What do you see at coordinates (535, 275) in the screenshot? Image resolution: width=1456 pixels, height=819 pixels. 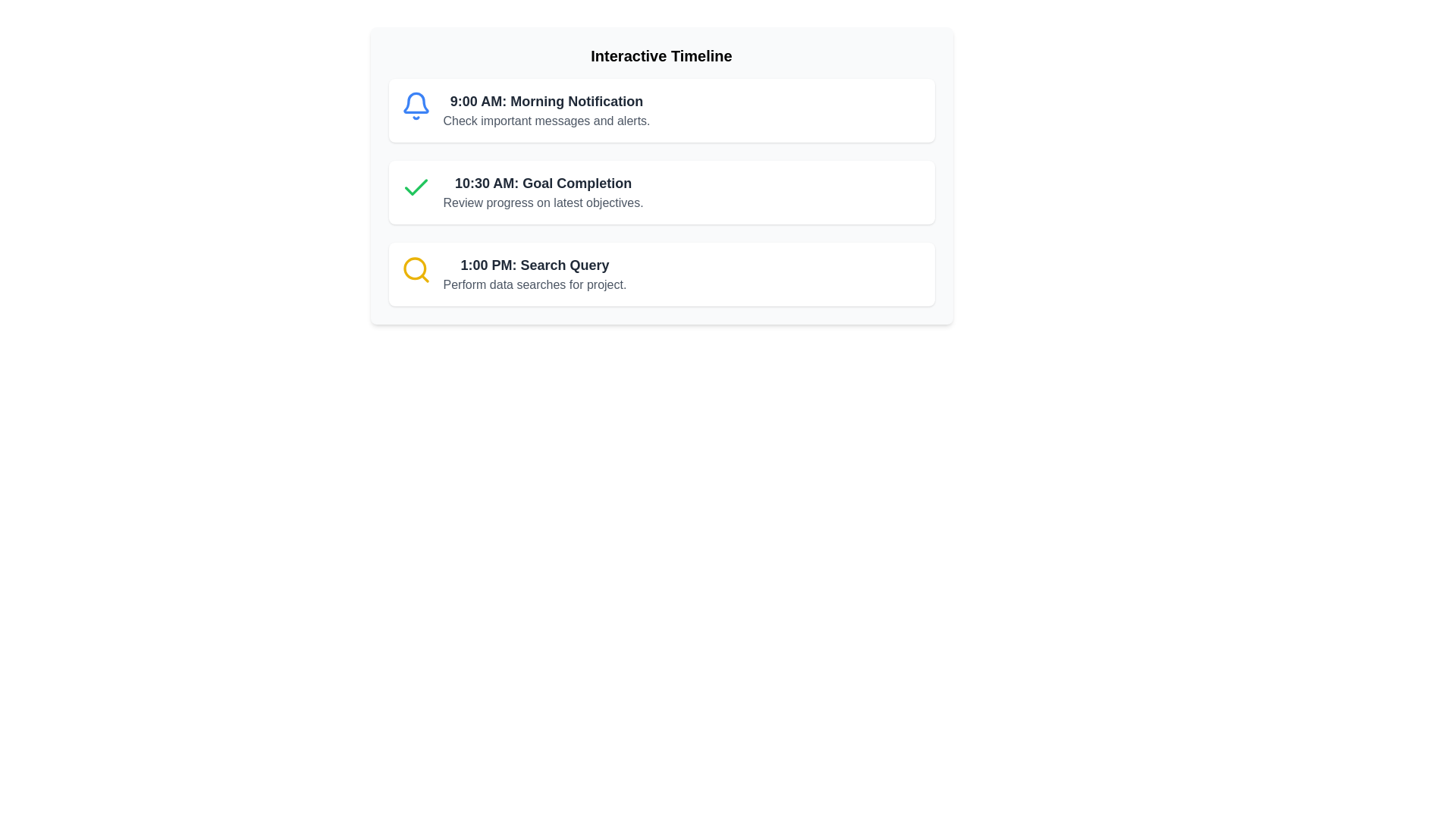 I see `text block containing '1:00 PM: Search Query' and 'Perform data searches for project.' located at the bottom of the 'Interactive Timeline' interface` at bounding box center [535, 275].